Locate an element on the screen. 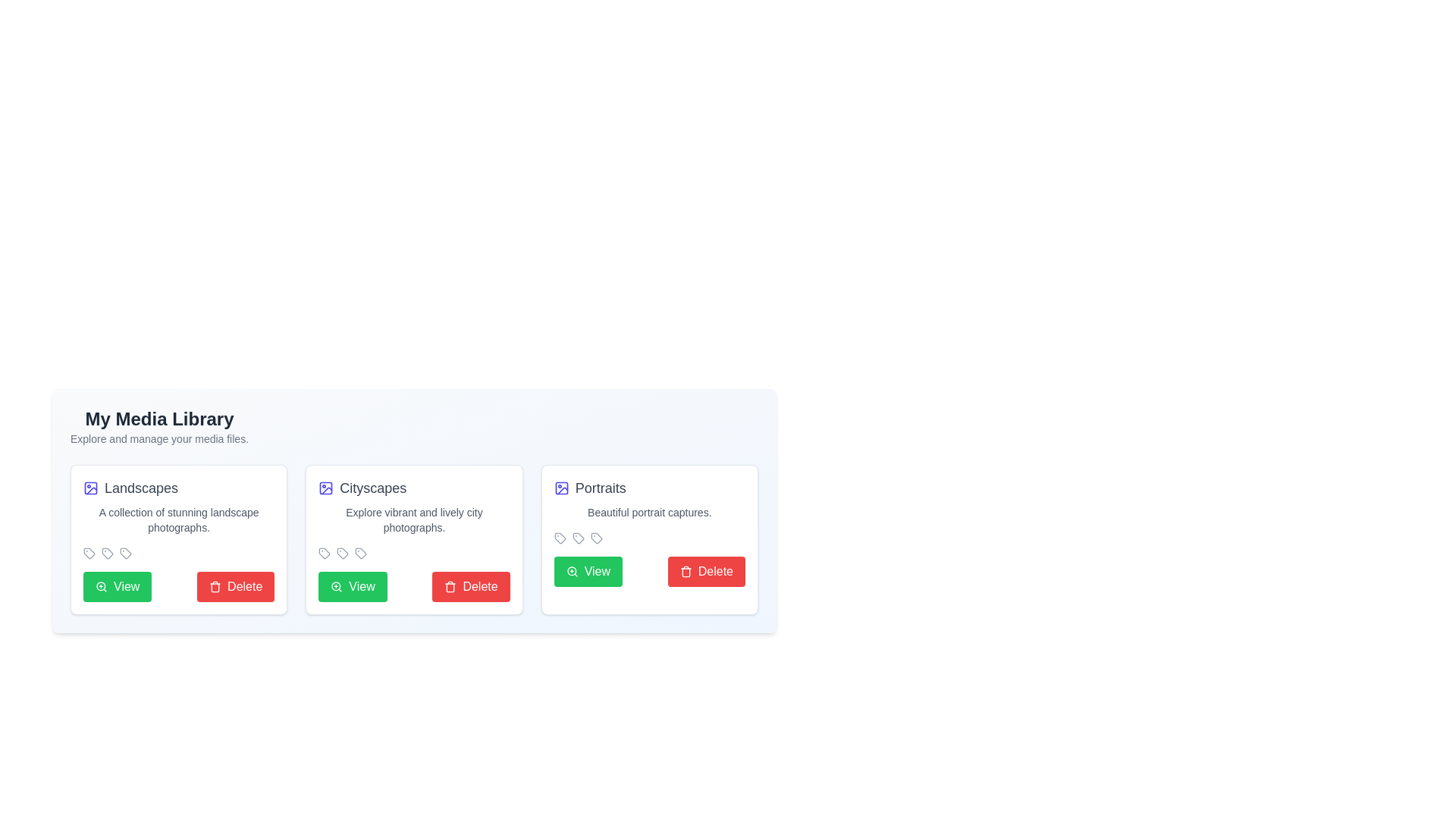 The image size is (1456, 819). the tagging feature icon for the 'Cityscapes' card, which is the third icon in the bottom row of tag icons in the media library section is located at coordinates (360, 553).